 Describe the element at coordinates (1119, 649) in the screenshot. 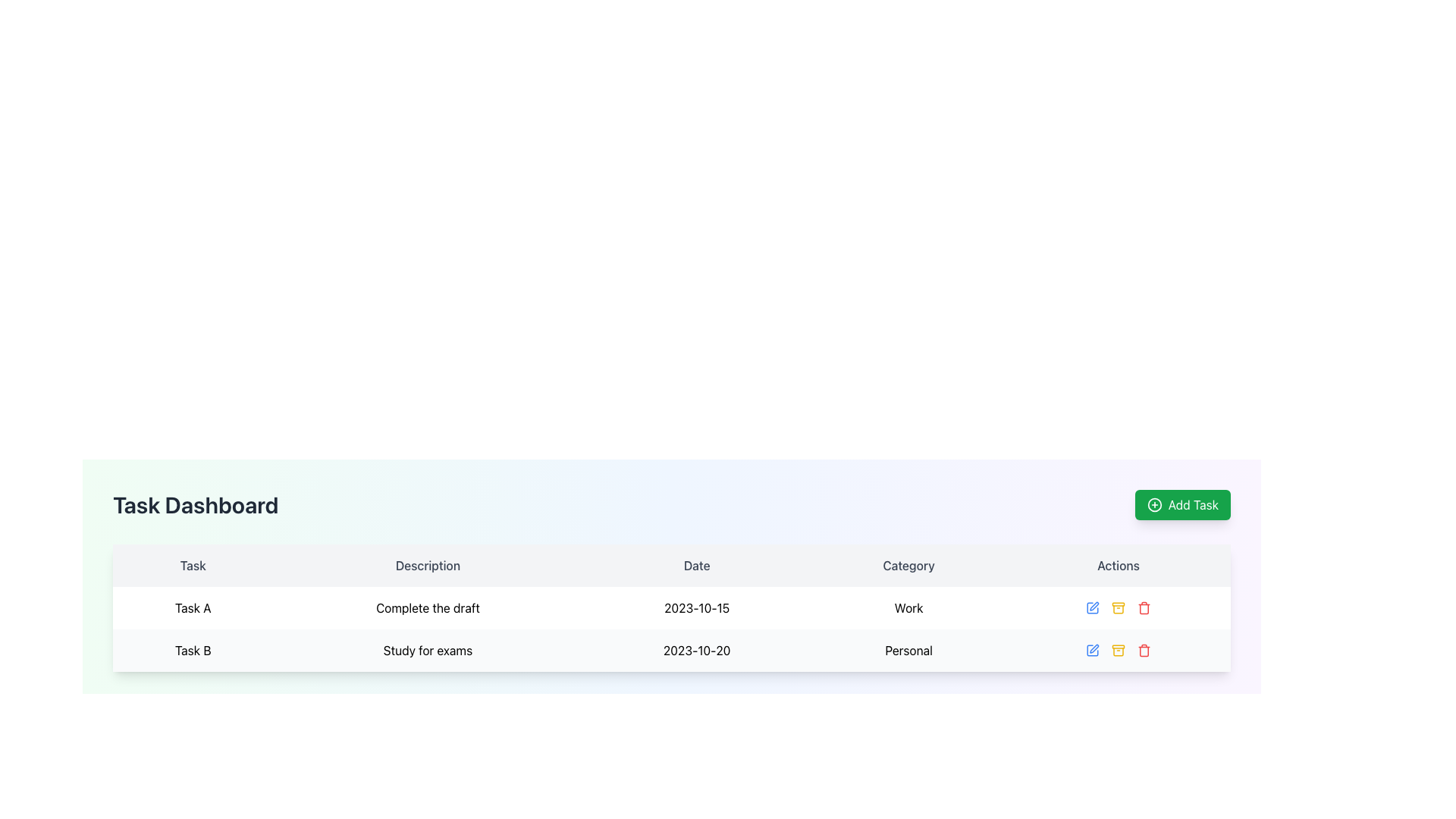

I see `the yellow archive box icon located in the Actions column of the second row to archive Task B` at that location.